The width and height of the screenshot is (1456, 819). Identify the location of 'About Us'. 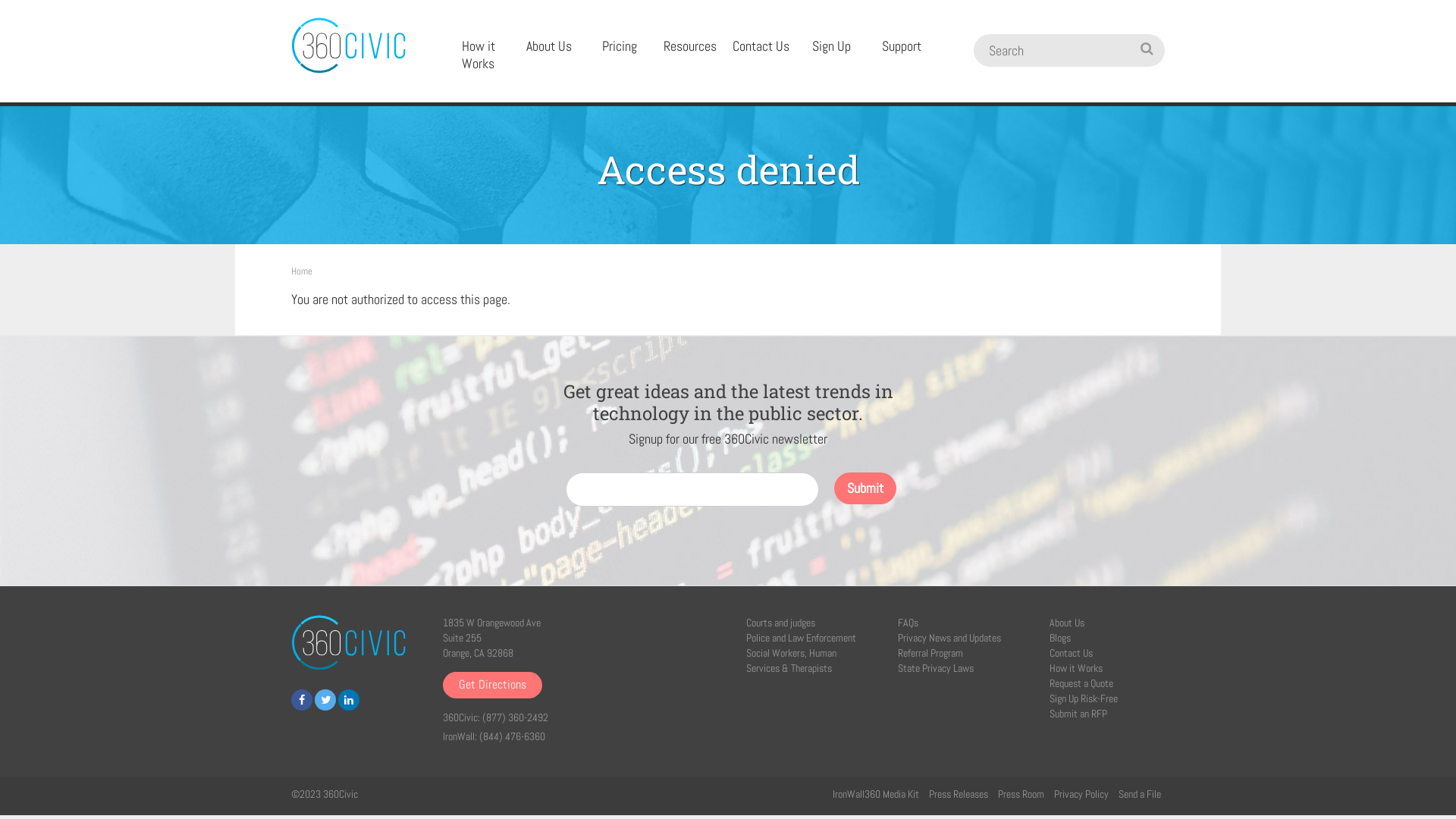
(1065, 623).